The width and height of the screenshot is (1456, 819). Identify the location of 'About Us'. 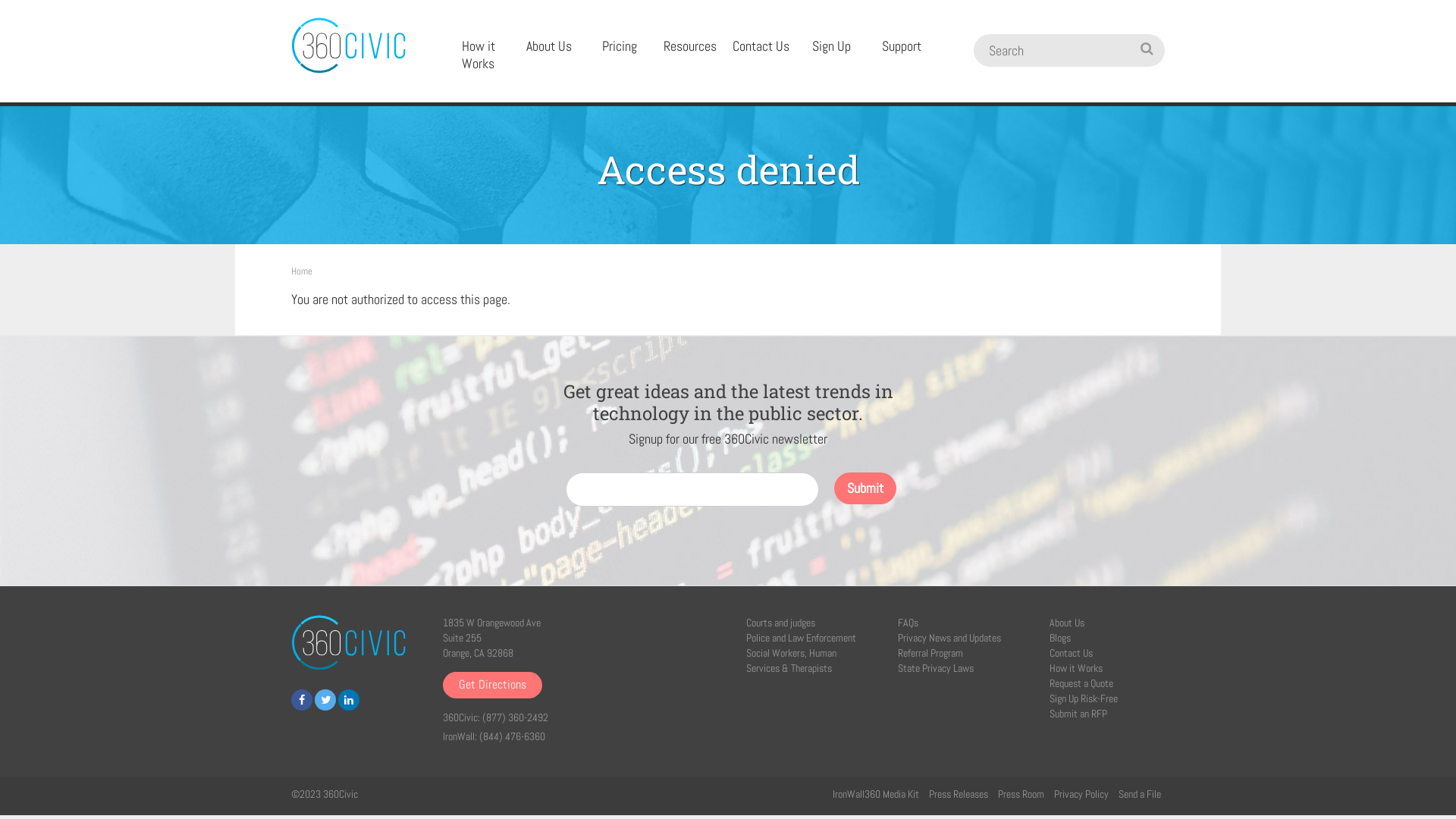
(1065, 623).